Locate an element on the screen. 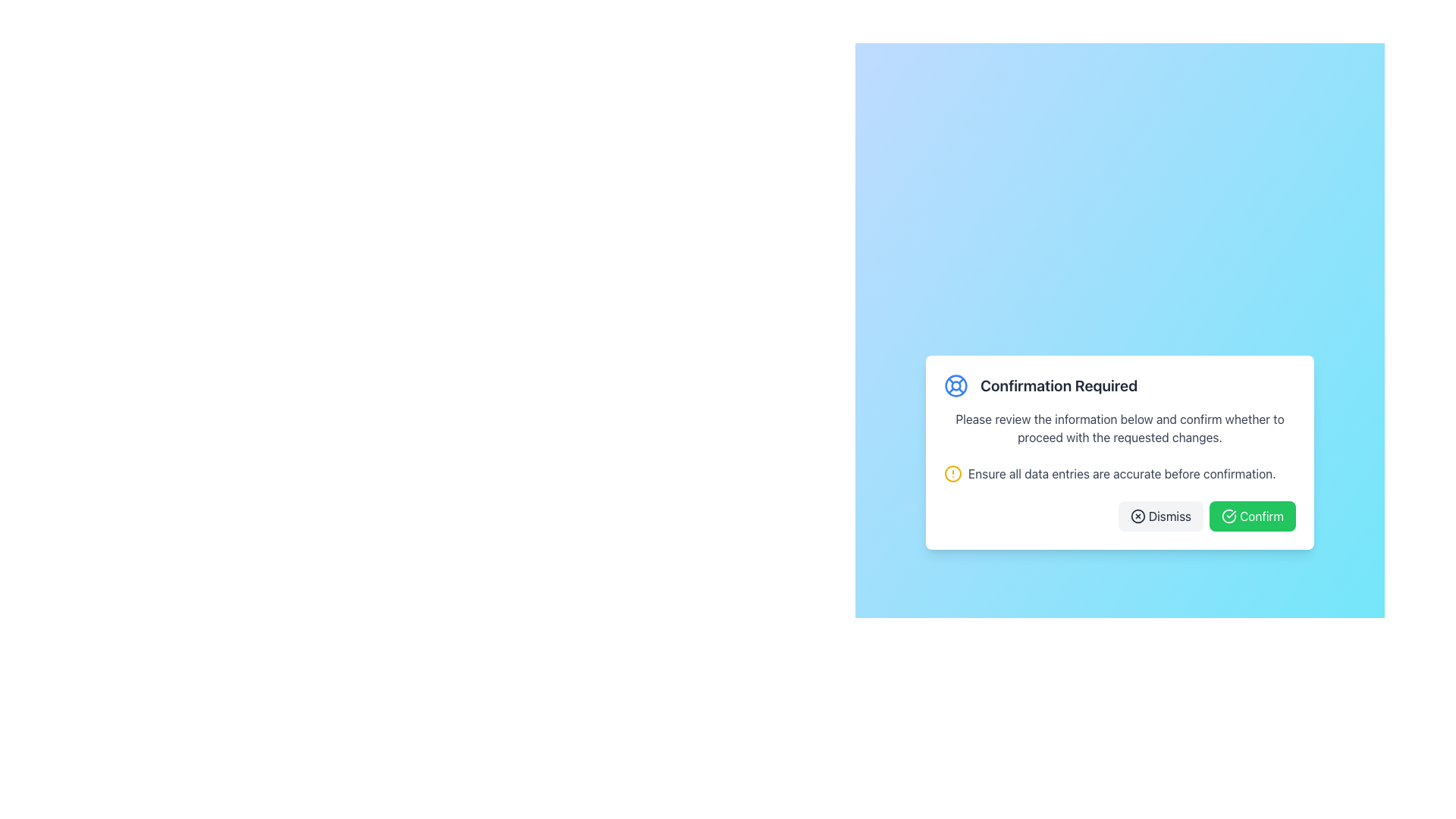 This screenshot has width=1456, height=819. the circular icon with a bold border and a cross (X) in the center, located inside the 'Dismiss' button of the confirmation dialog is located at coordinates (1137, 516).